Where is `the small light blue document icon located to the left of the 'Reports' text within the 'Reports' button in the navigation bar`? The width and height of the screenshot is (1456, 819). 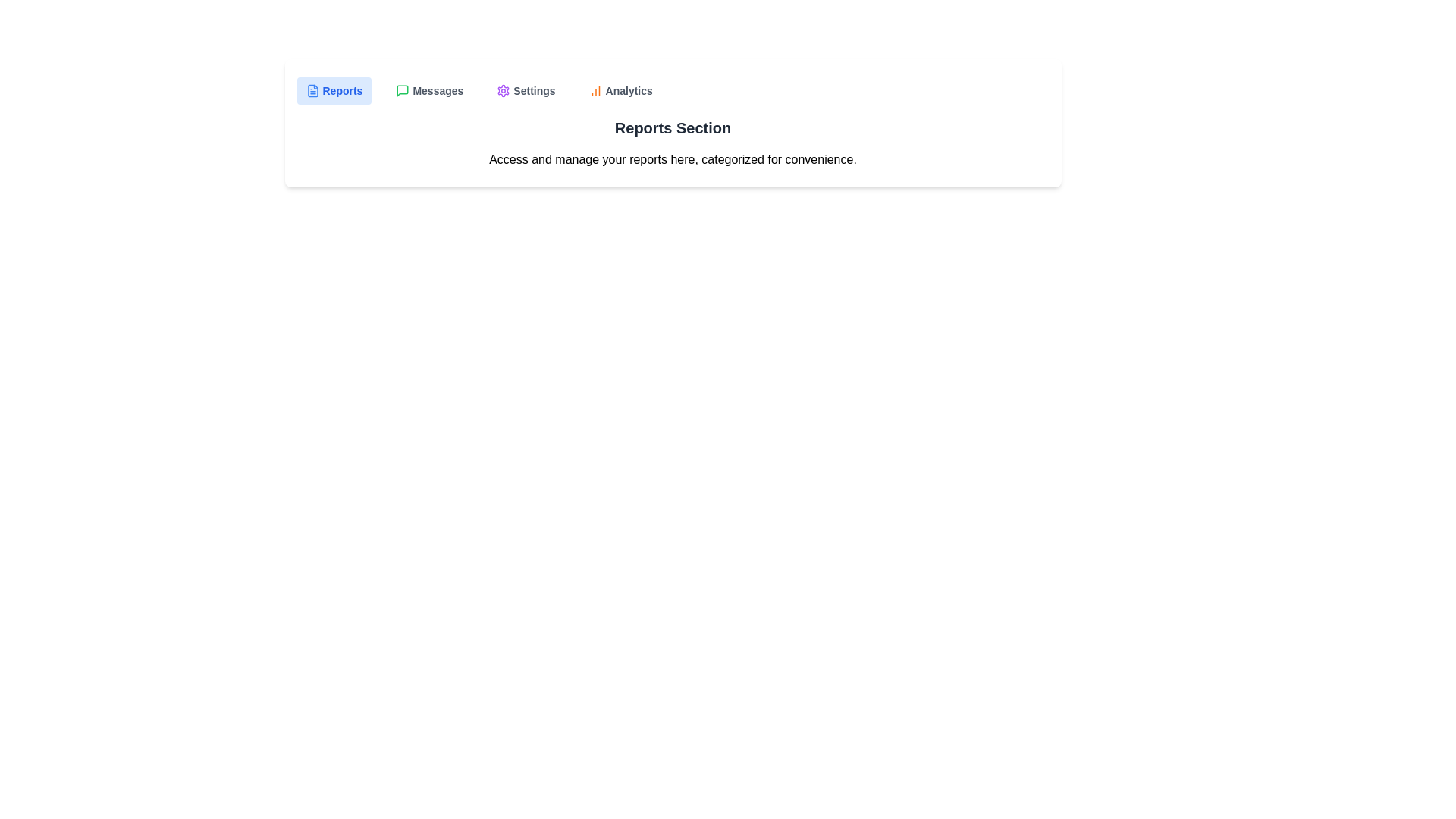 the small light blue document icon located to the left of the 'Reports' text within the 'Reports' button in the navigation bar is located at coordinates (312, 90).